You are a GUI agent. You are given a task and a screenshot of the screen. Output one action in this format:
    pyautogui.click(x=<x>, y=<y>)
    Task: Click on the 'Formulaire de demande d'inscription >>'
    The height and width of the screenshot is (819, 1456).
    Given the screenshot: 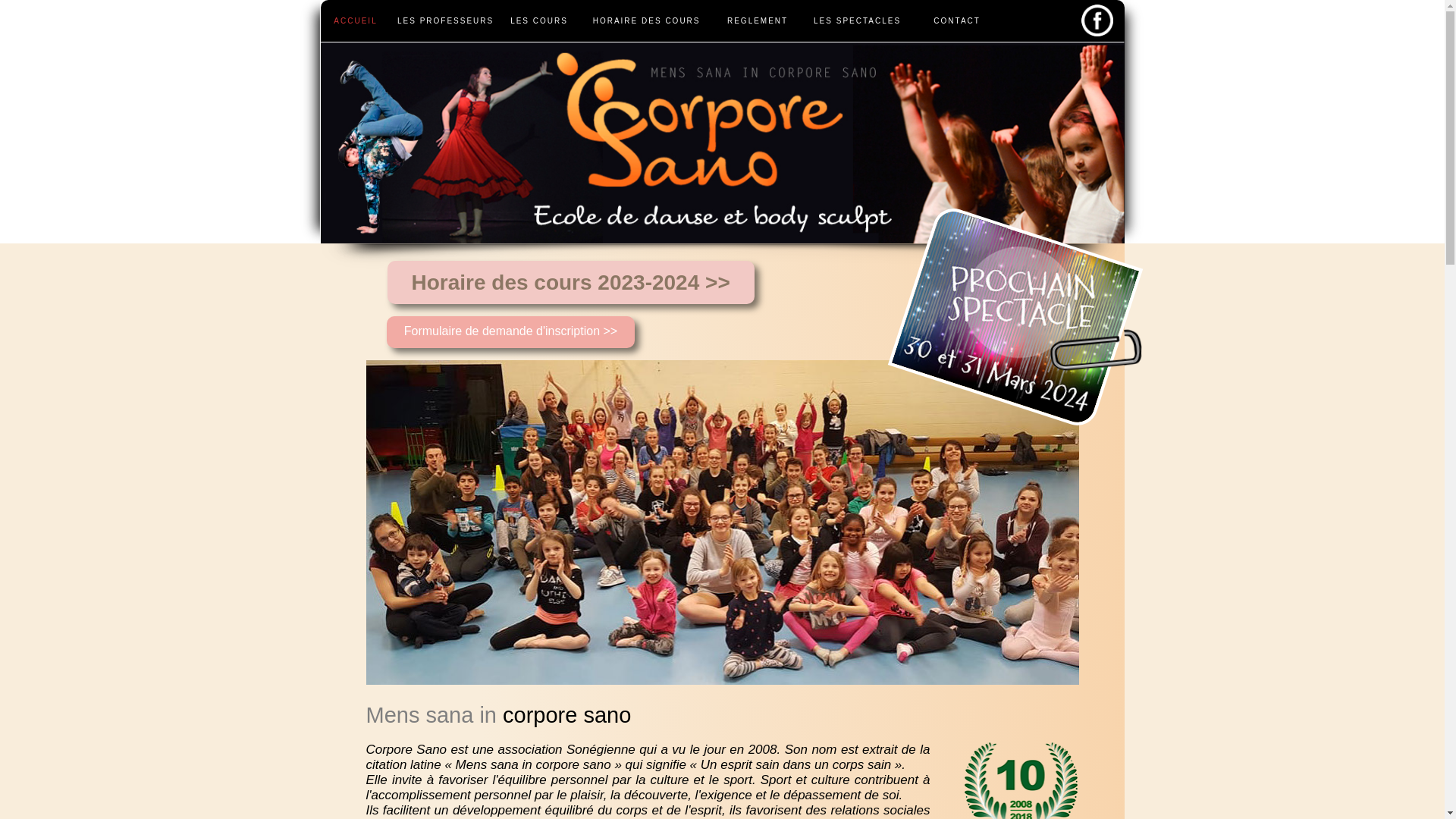 What is the action you would take?
    pyautogui.click(x=510, y=331)
    